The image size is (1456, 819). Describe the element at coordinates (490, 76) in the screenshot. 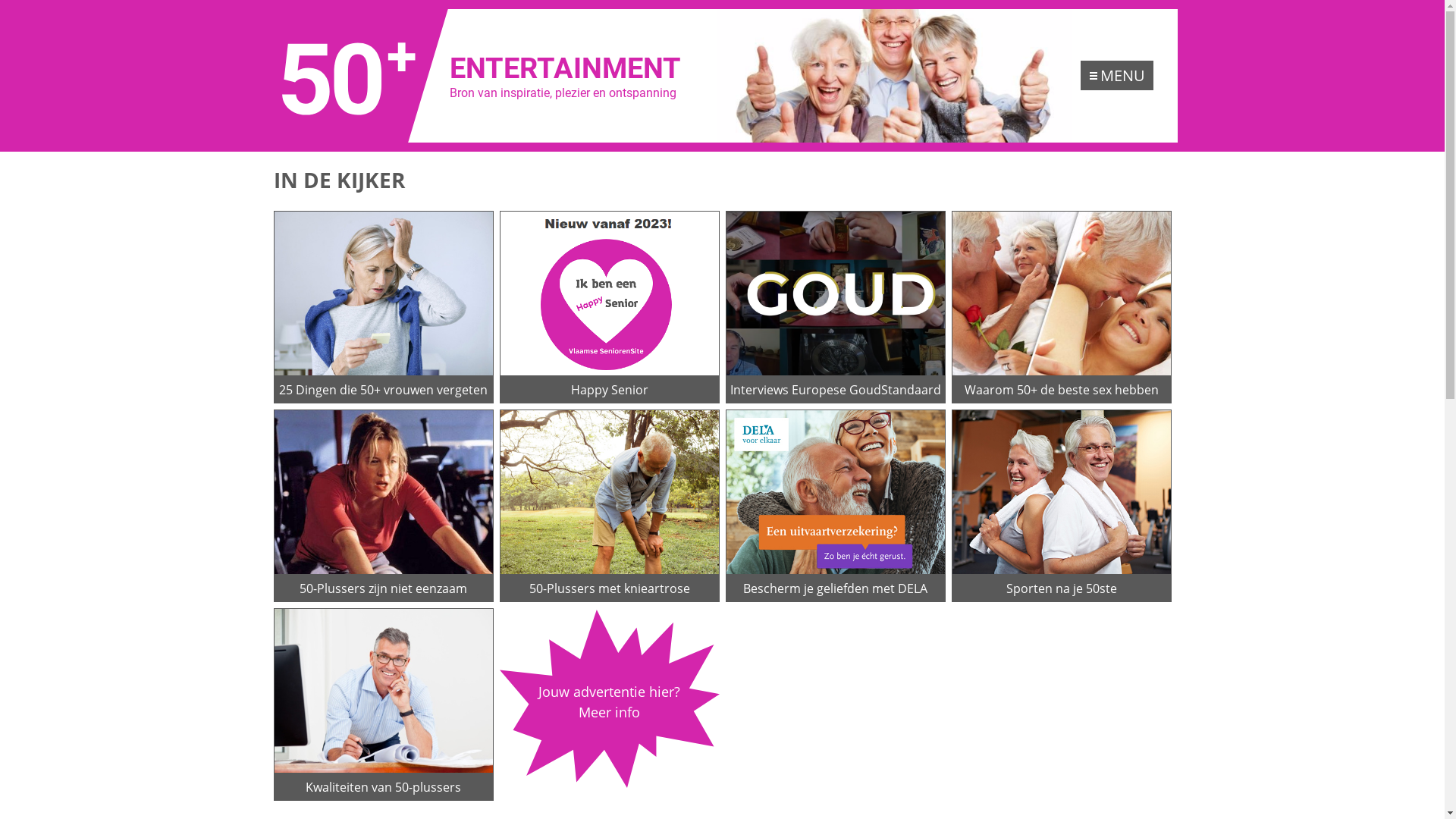

I see `'ENTERTAINMENT` at that location.